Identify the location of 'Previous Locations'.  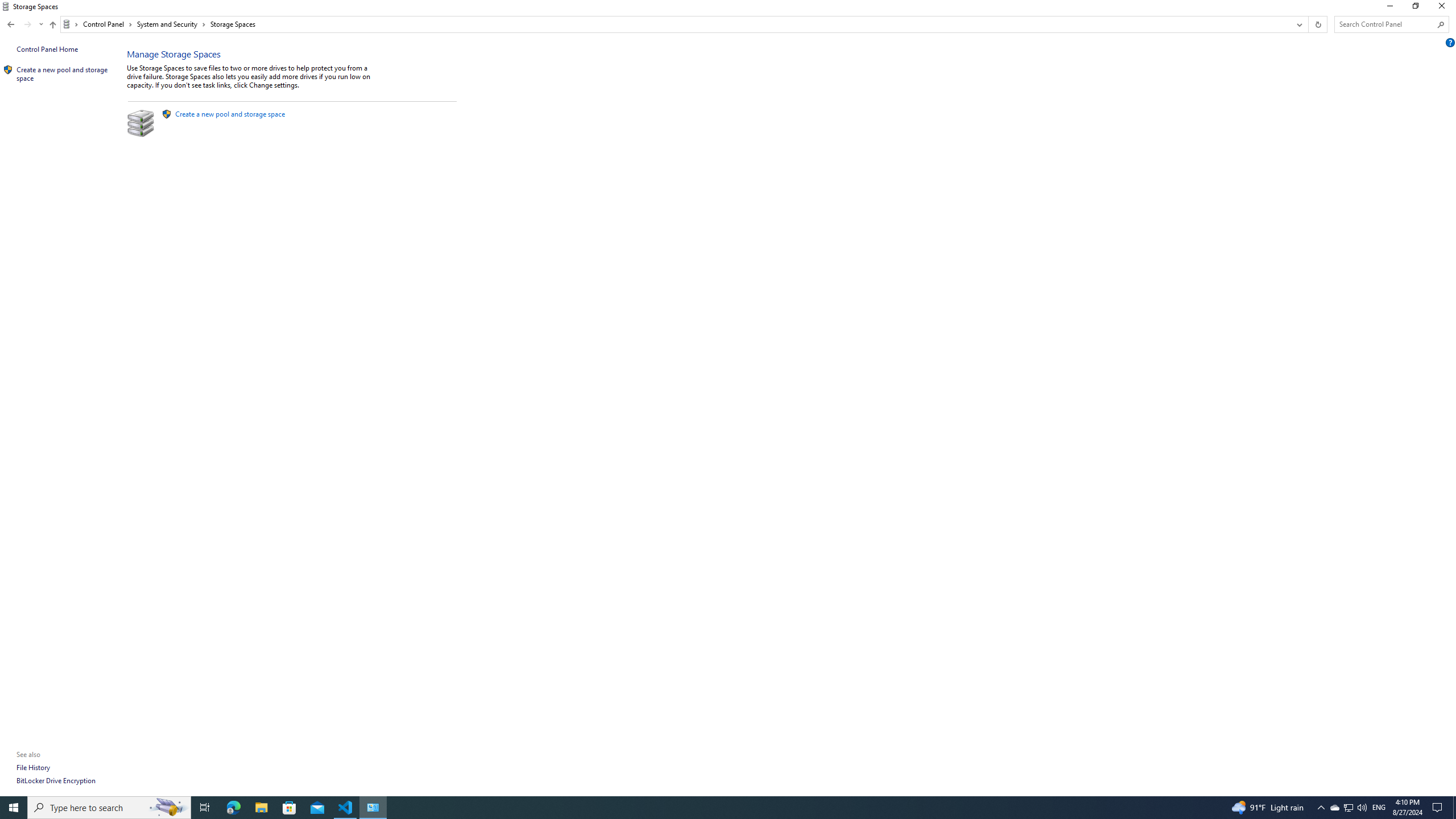
(1298, 24).